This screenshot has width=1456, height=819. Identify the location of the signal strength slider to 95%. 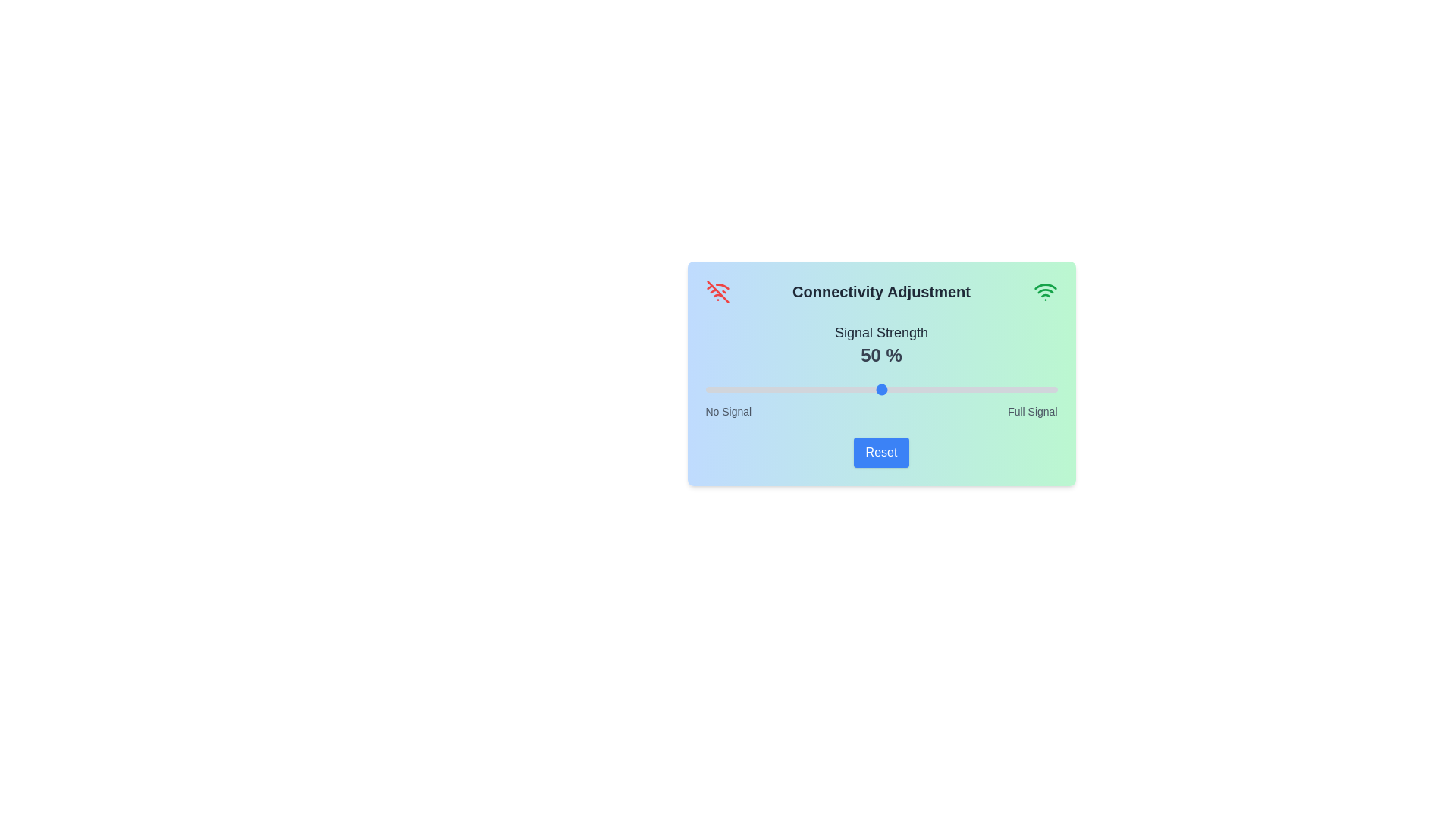
(1039, 388).